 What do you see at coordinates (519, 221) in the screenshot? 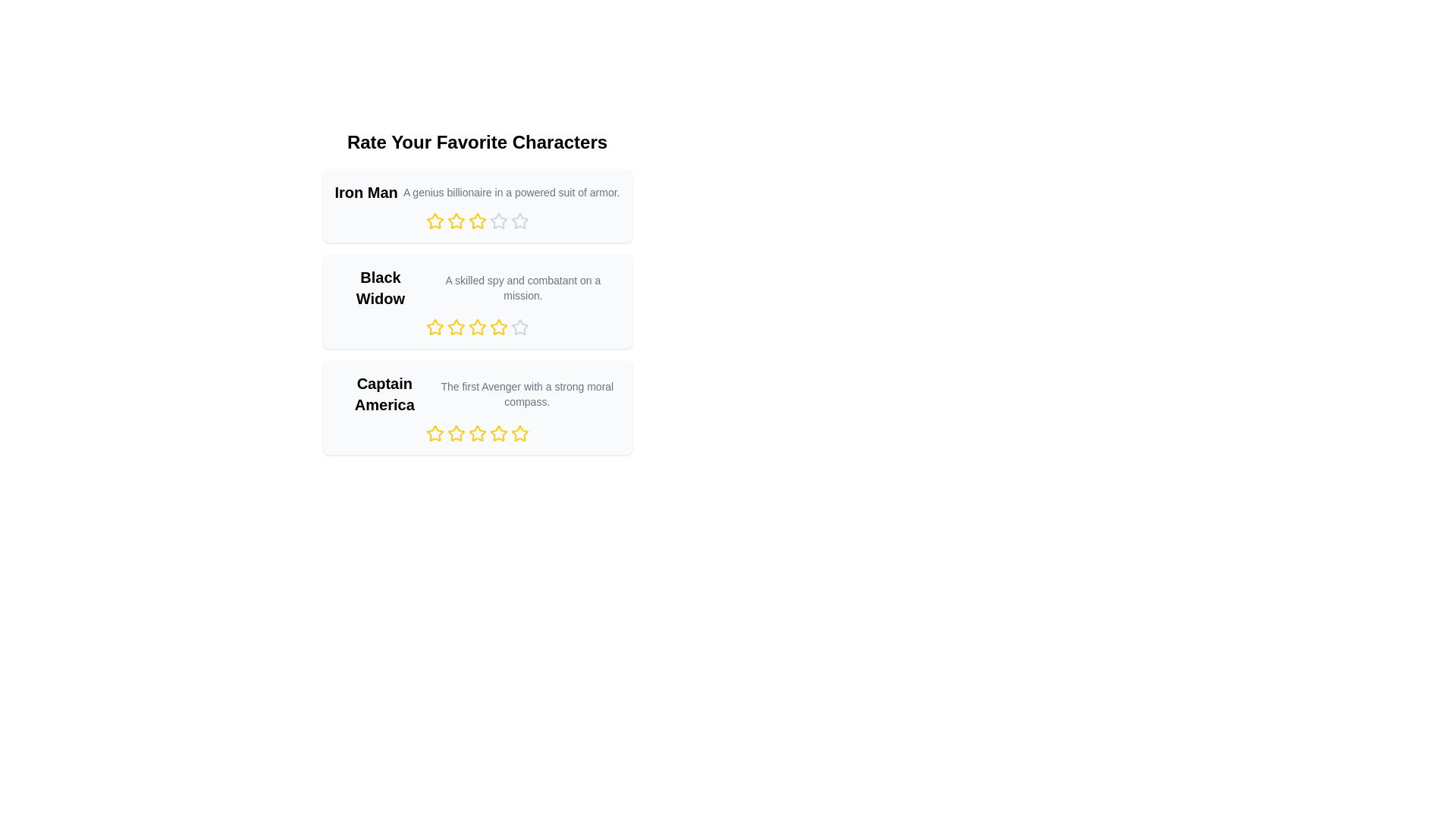
I see `the fourth star icon in the rating system for 'Iron Man'` at bounding box center [519, 221].